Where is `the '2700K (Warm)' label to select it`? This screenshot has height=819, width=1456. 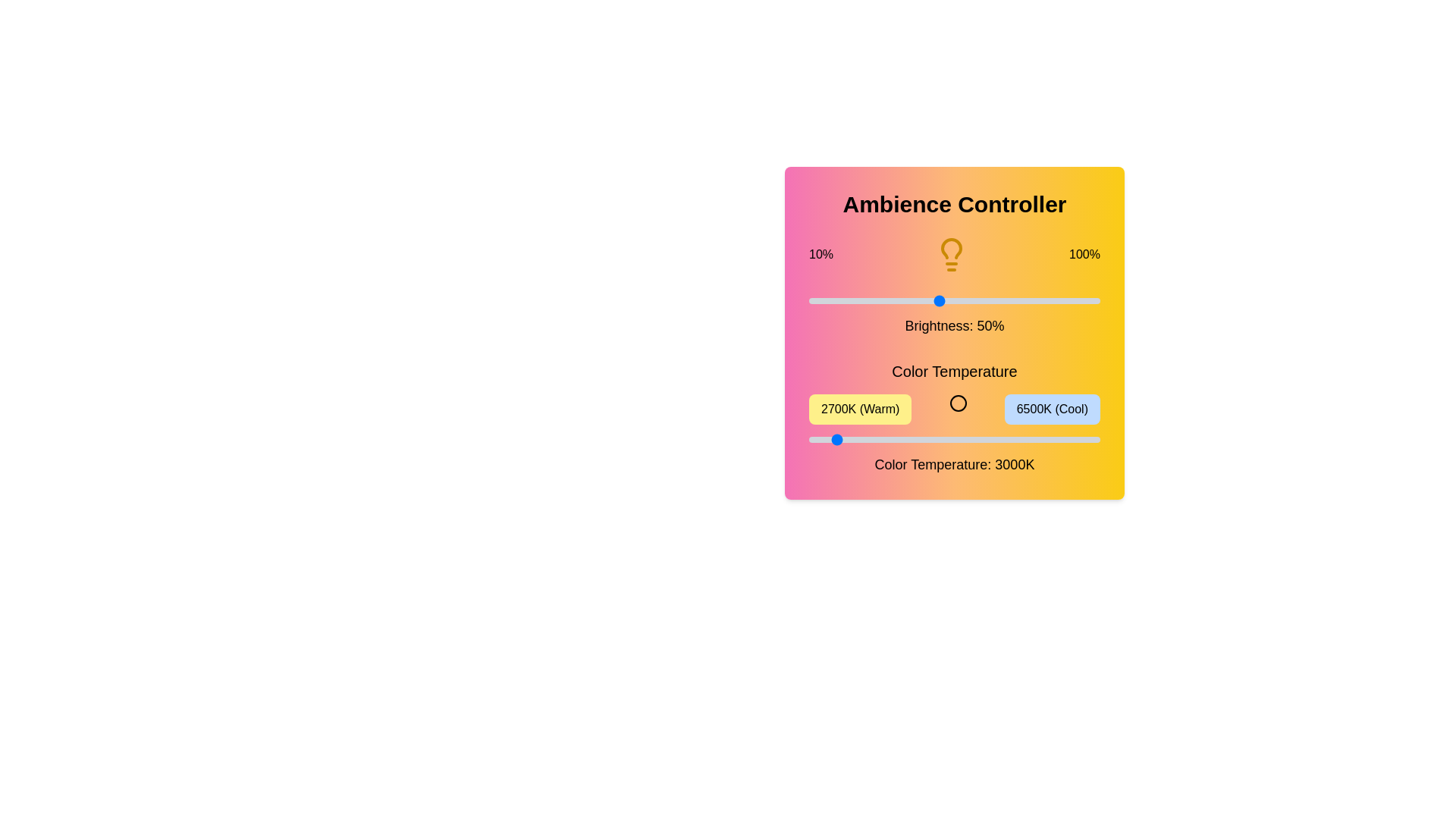
the '2700K (Warm)' label to select it is located at coordinates (860, 409).